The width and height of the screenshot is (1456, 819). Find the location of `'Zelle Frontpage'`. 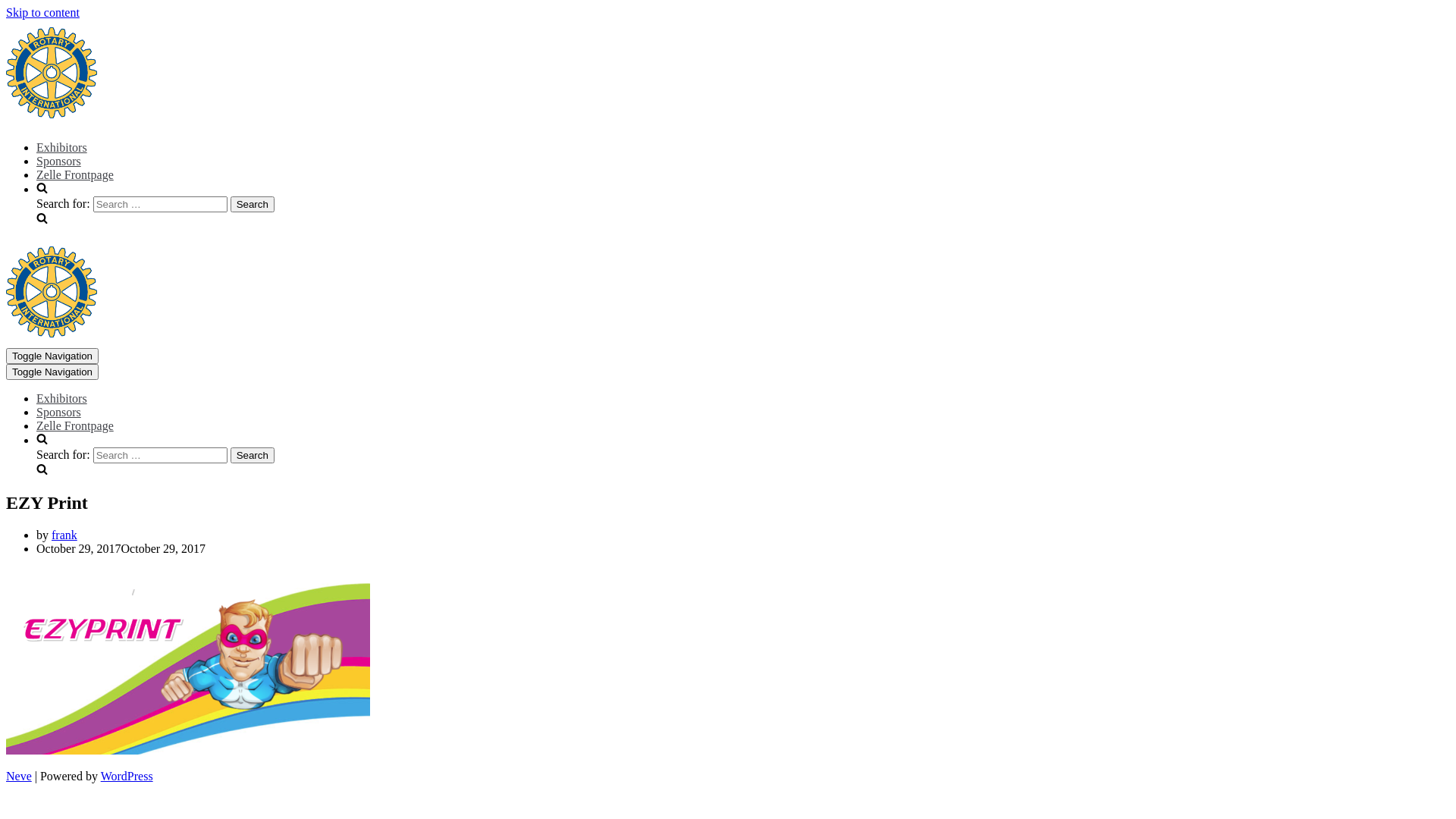

'Zelle Frontpage' is located at coordinates (74, 425).